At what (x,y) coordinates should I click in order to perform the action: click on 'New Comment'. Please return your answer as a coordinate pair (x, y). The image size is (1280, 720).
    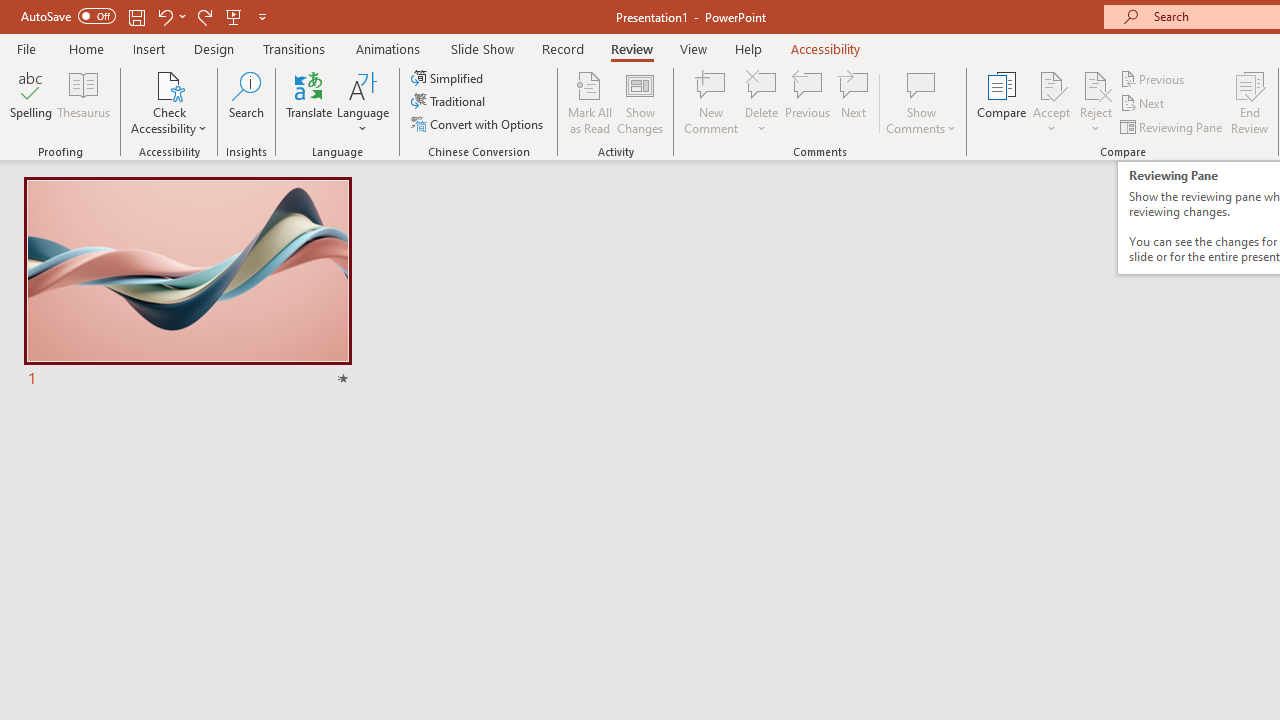
    Looking at the image, I should click on (711, 103).